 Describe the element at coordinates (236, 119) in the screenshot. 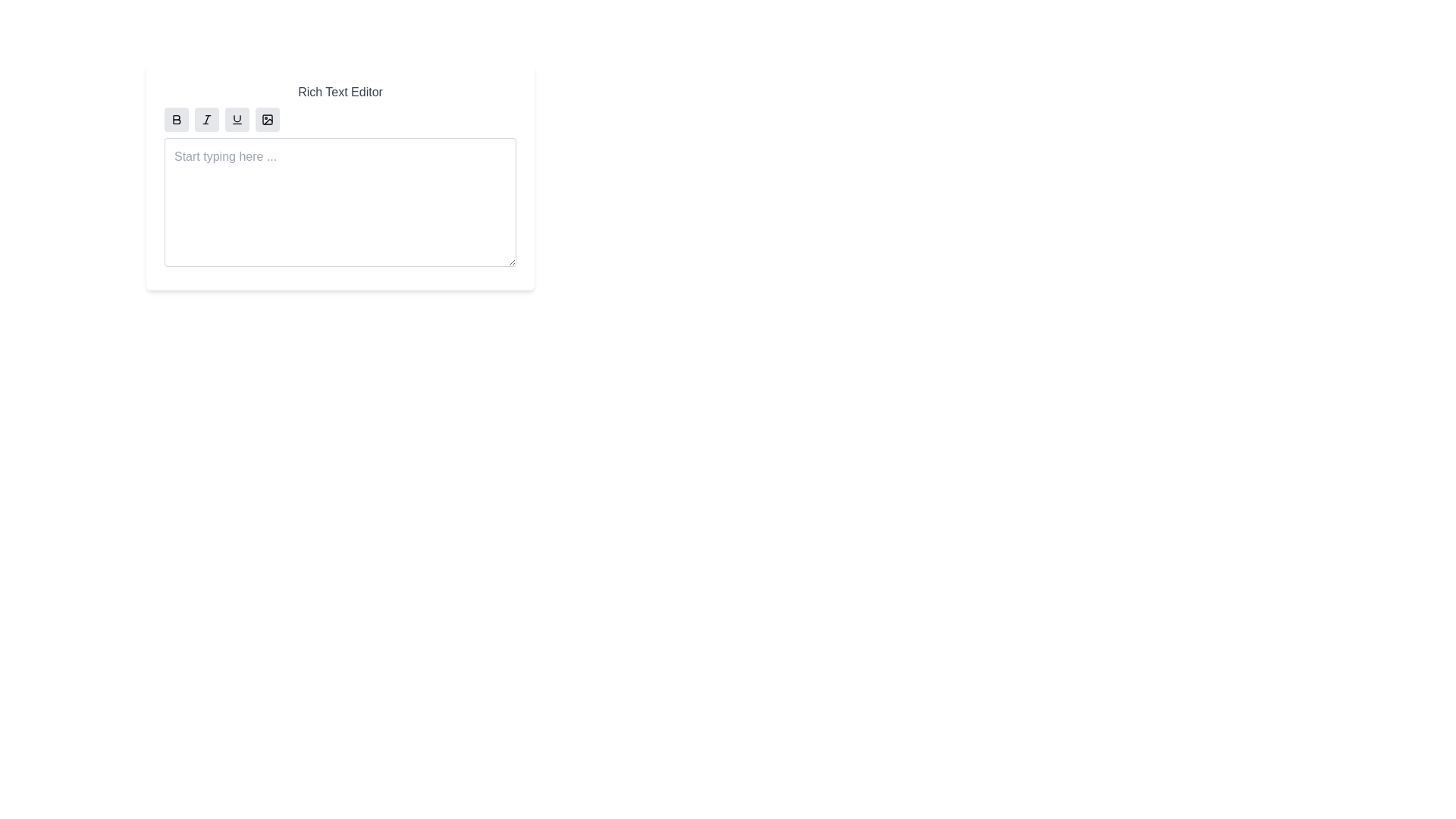

I see `the underline formatting button, which is a small icon represented by a curved line above a straight horizontal line, located in the toolbar above the text editor` at that location.